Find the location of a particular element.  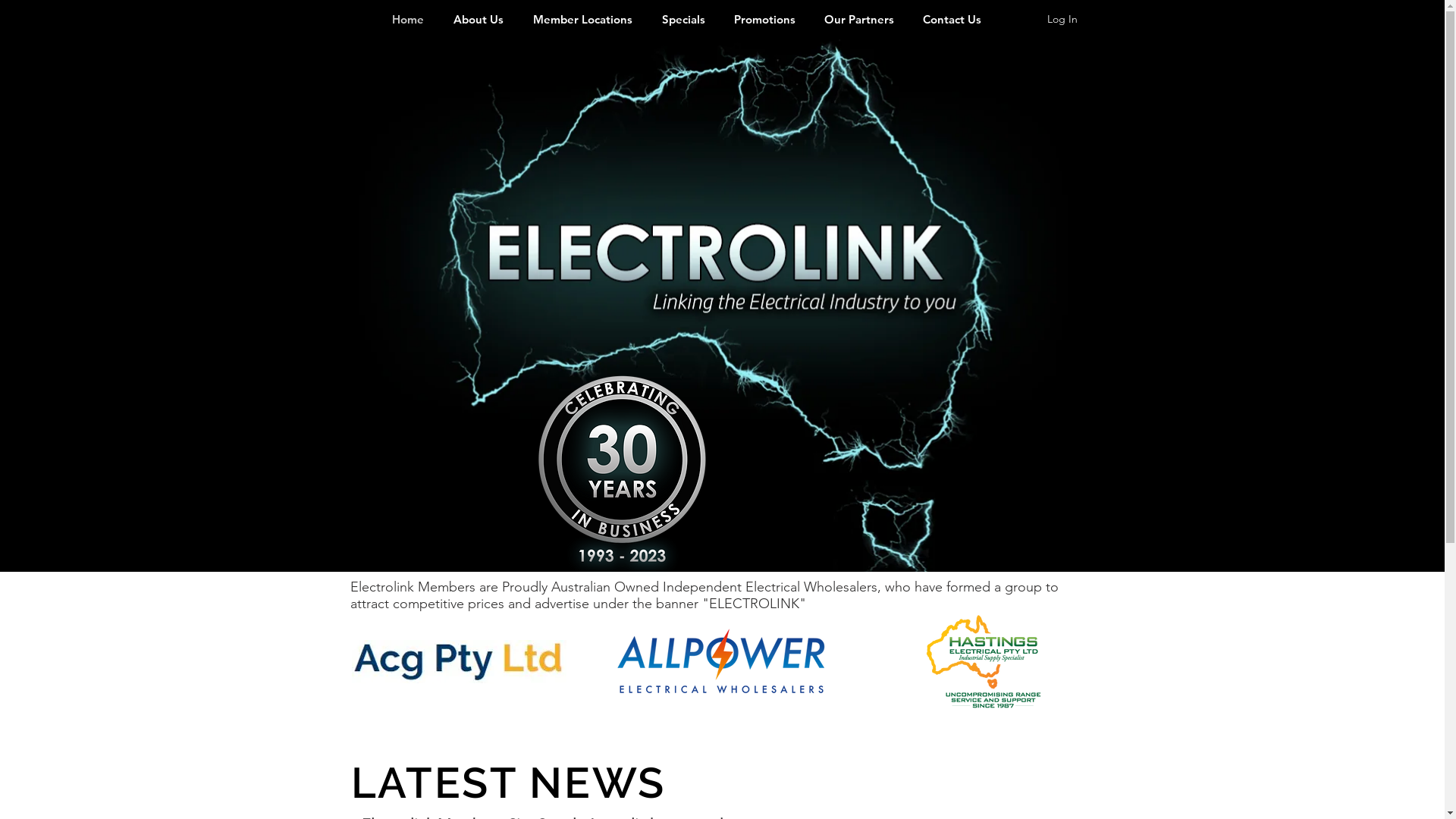

'Member Locations' is located at coordinates (582, 19).